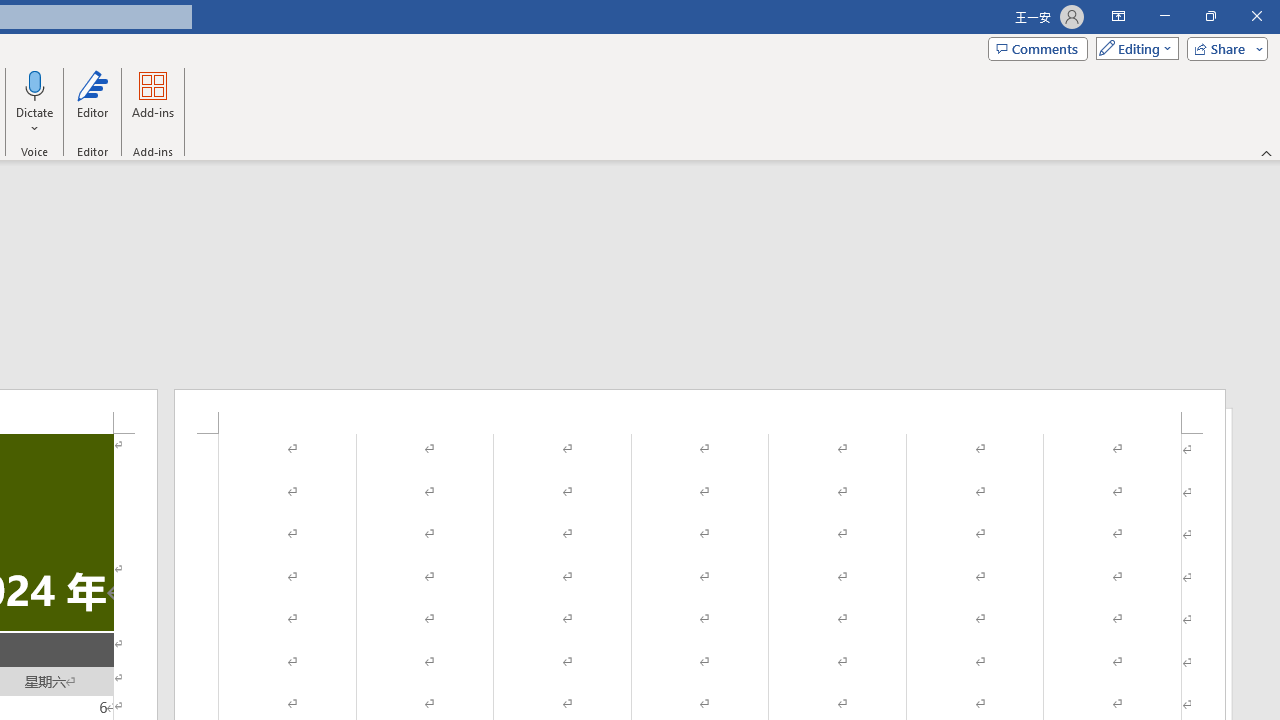 The height and width of the screenshot is (720, 1280). I want to click on 'Comments', so click(1038, 47).